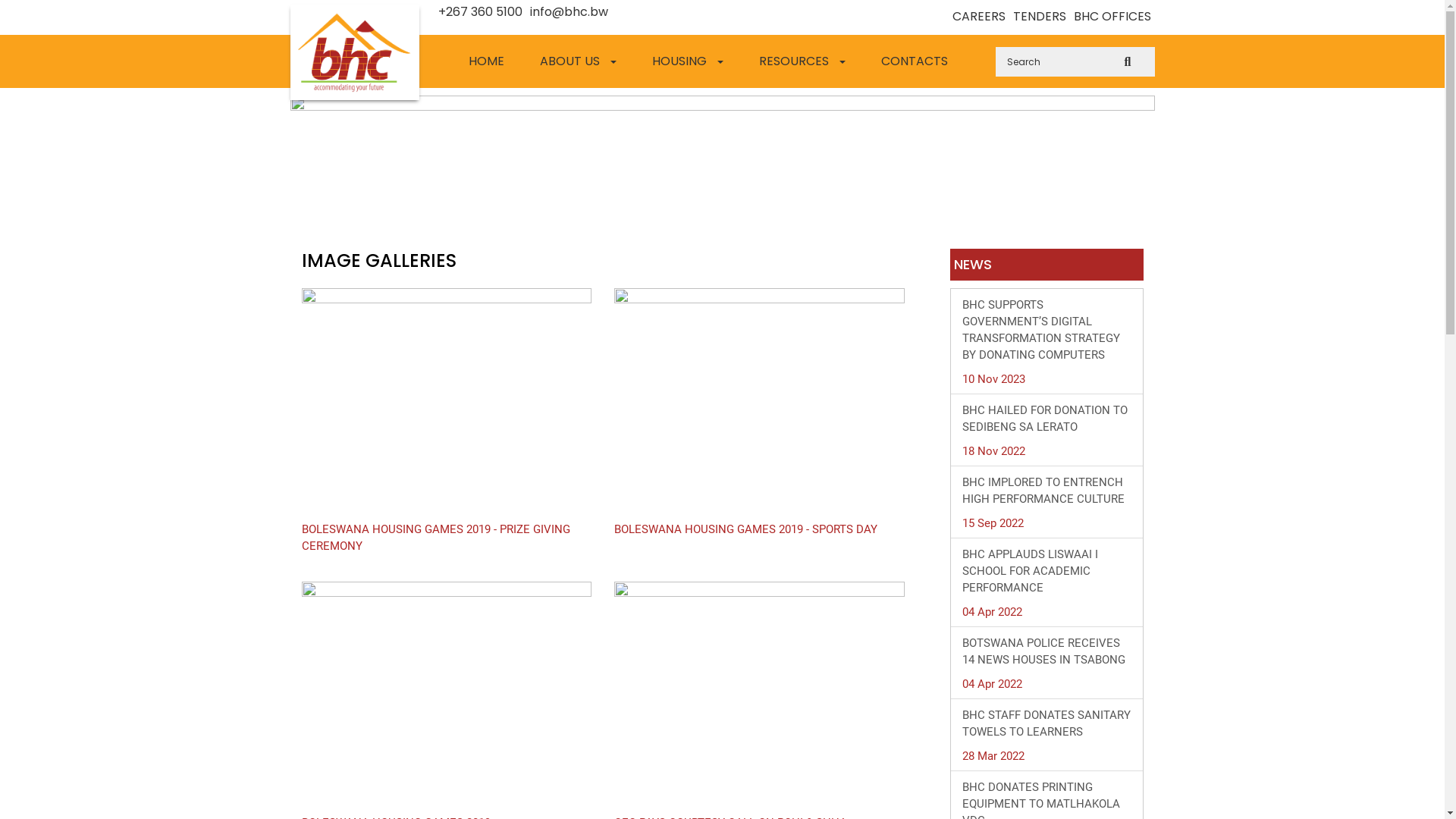 This screenshot has height=819, width=1456. I want to click on 'CONTACTS', so click(917, 61).